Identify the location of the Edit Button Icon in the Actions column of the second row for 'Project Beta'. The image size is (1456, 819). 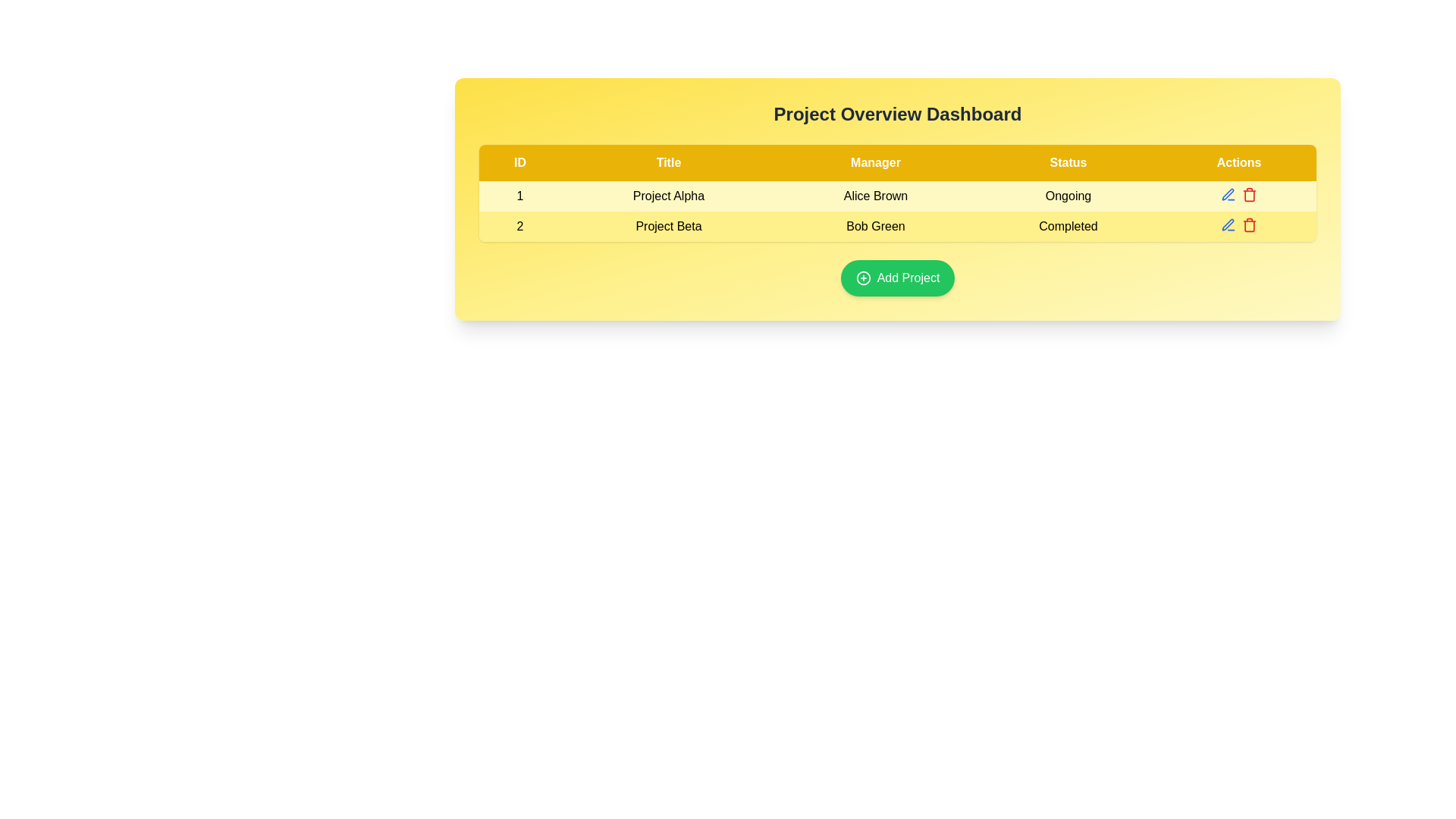
(1228, 193).